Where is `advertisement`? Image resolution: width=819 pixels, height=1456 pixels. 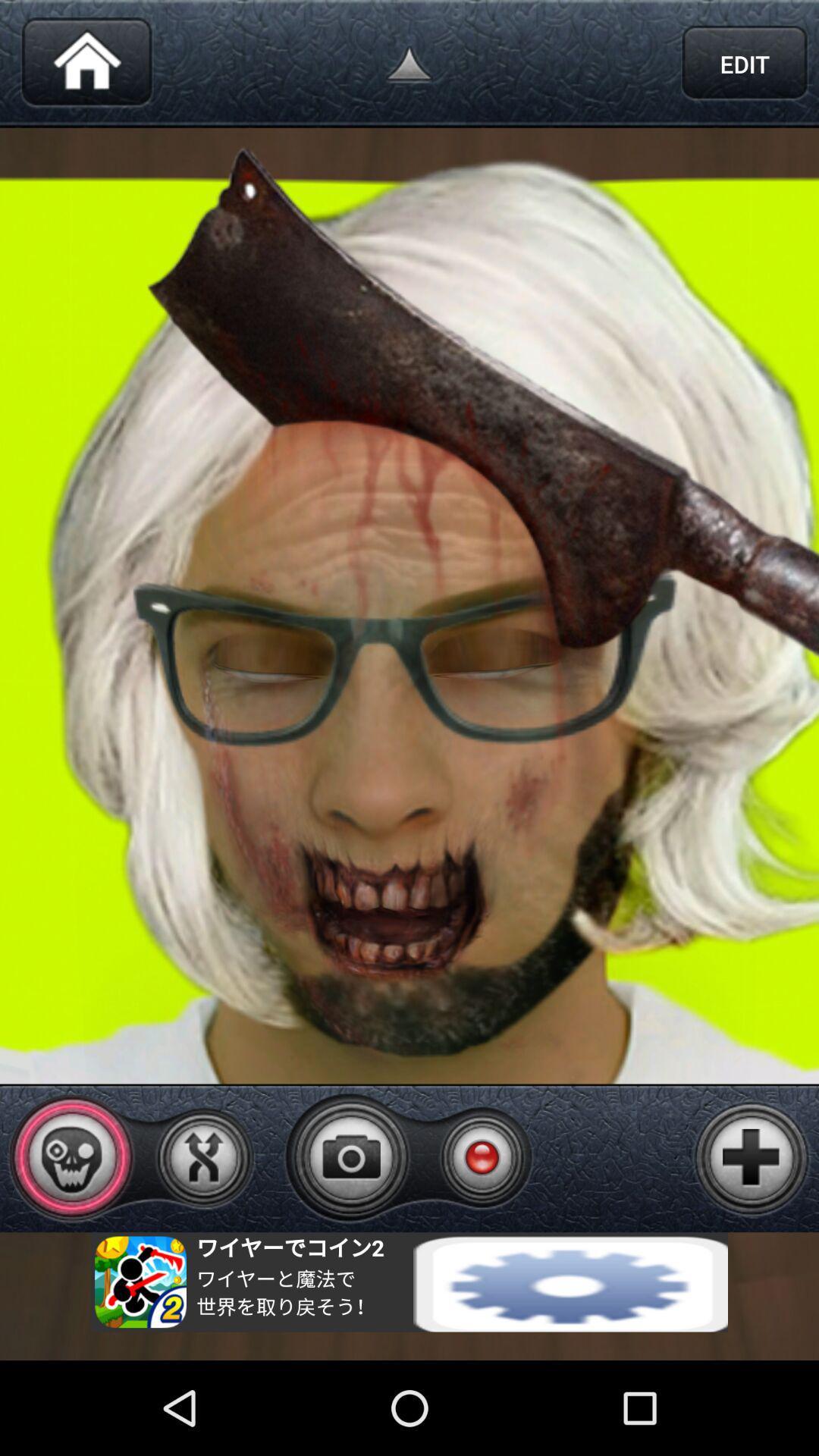 advertisement is located at coordinates (409, 1281).